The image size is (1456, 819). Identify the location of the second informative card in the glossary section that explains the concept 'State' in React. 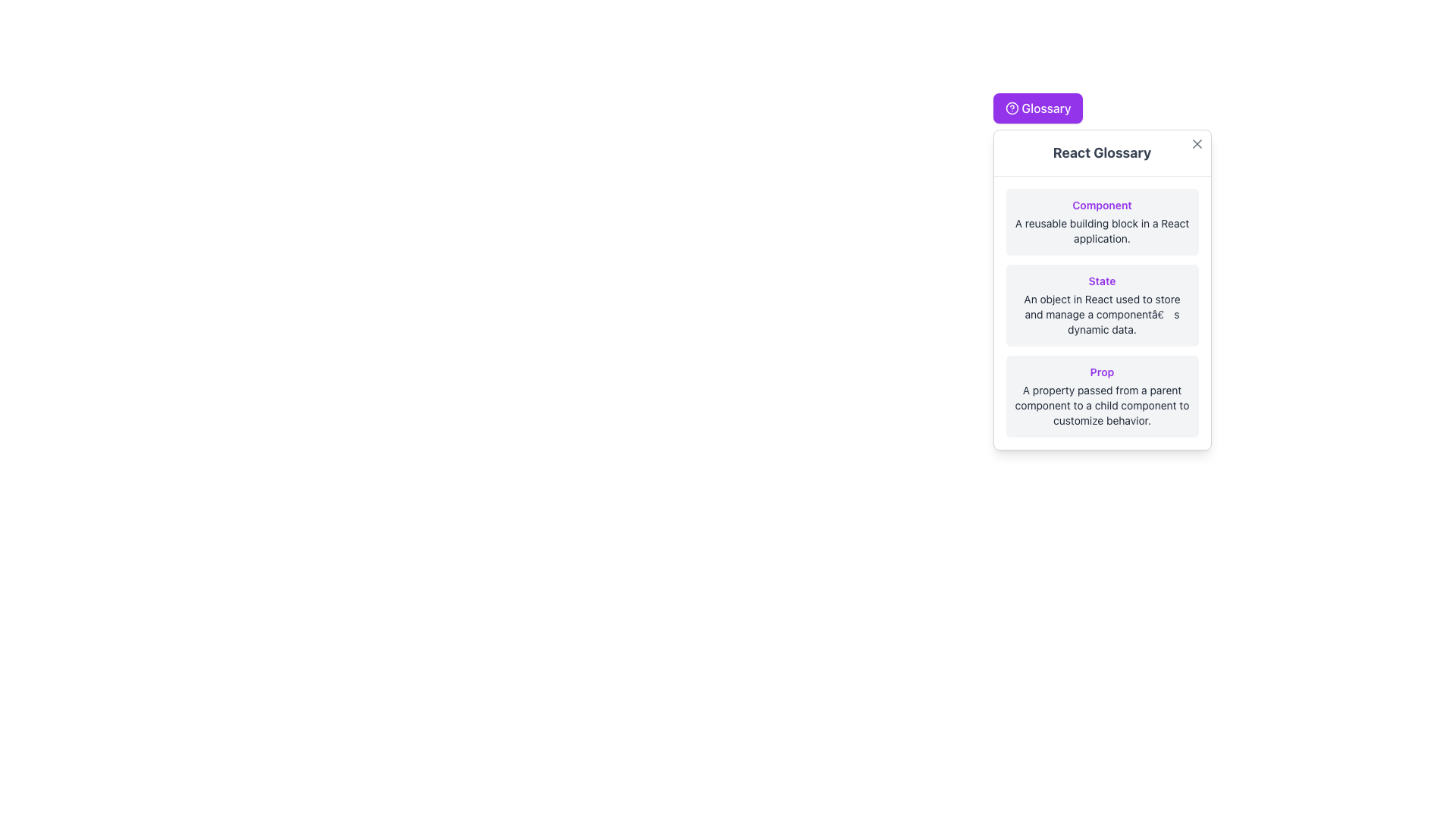
(1102, 305).